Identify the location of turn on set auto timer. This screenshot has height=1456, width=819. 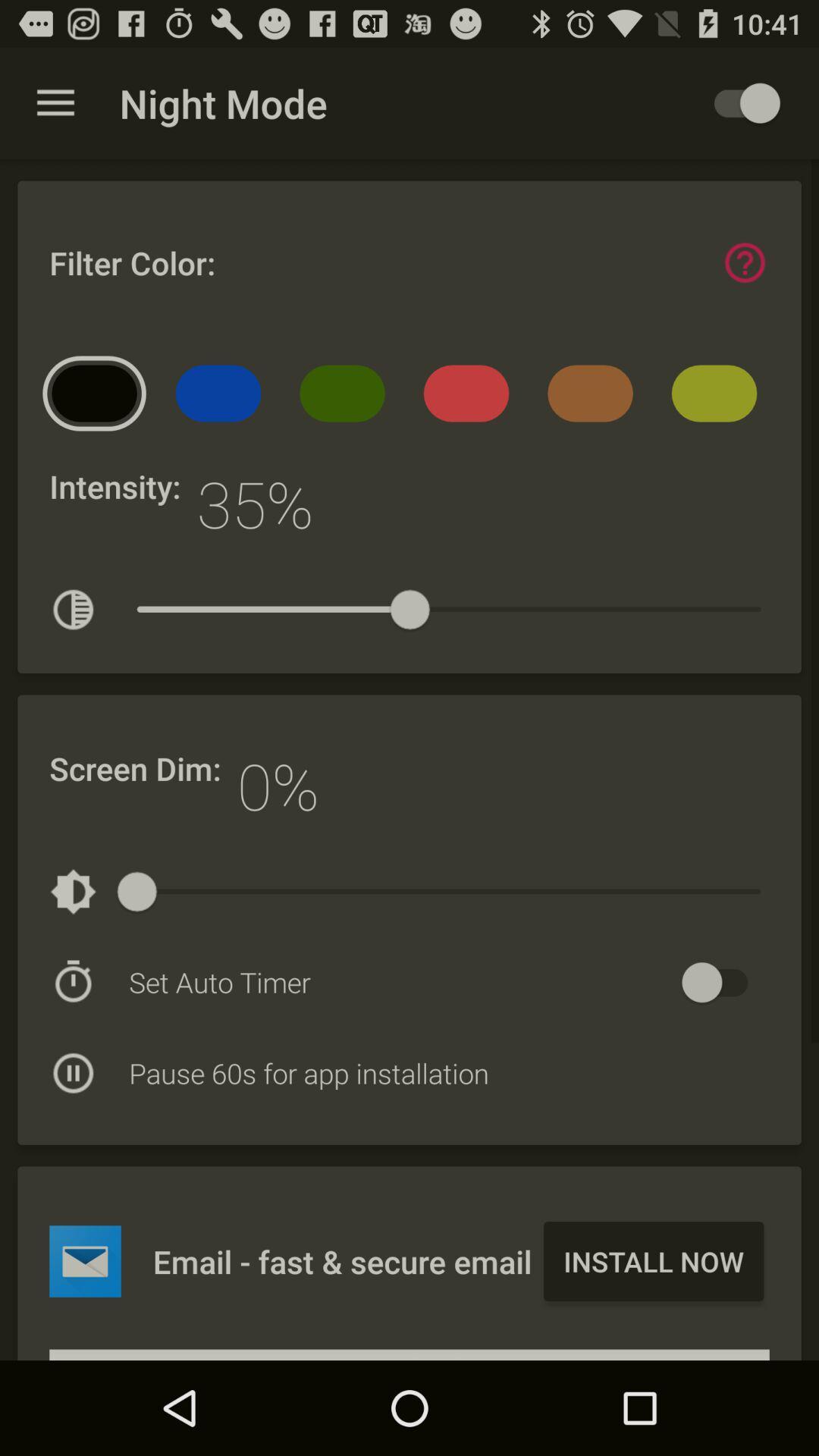
(721, 982).